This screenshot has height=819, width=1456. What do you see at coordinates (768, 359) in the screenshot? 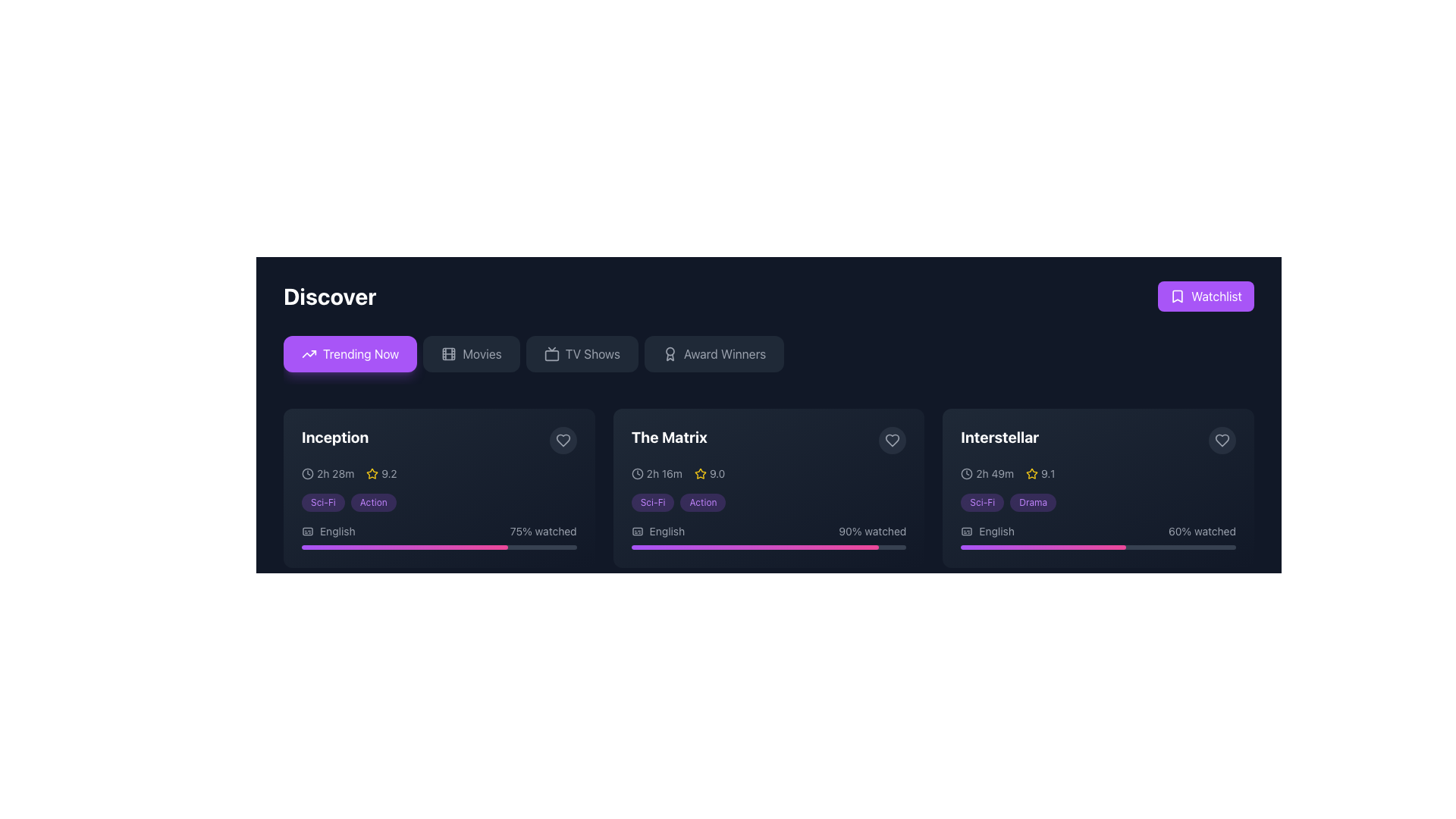
I see `the fourth button from the left in the horizontal bar below the 'Discover' title to filter for award-winning entries` at bounding box center [768, 359].